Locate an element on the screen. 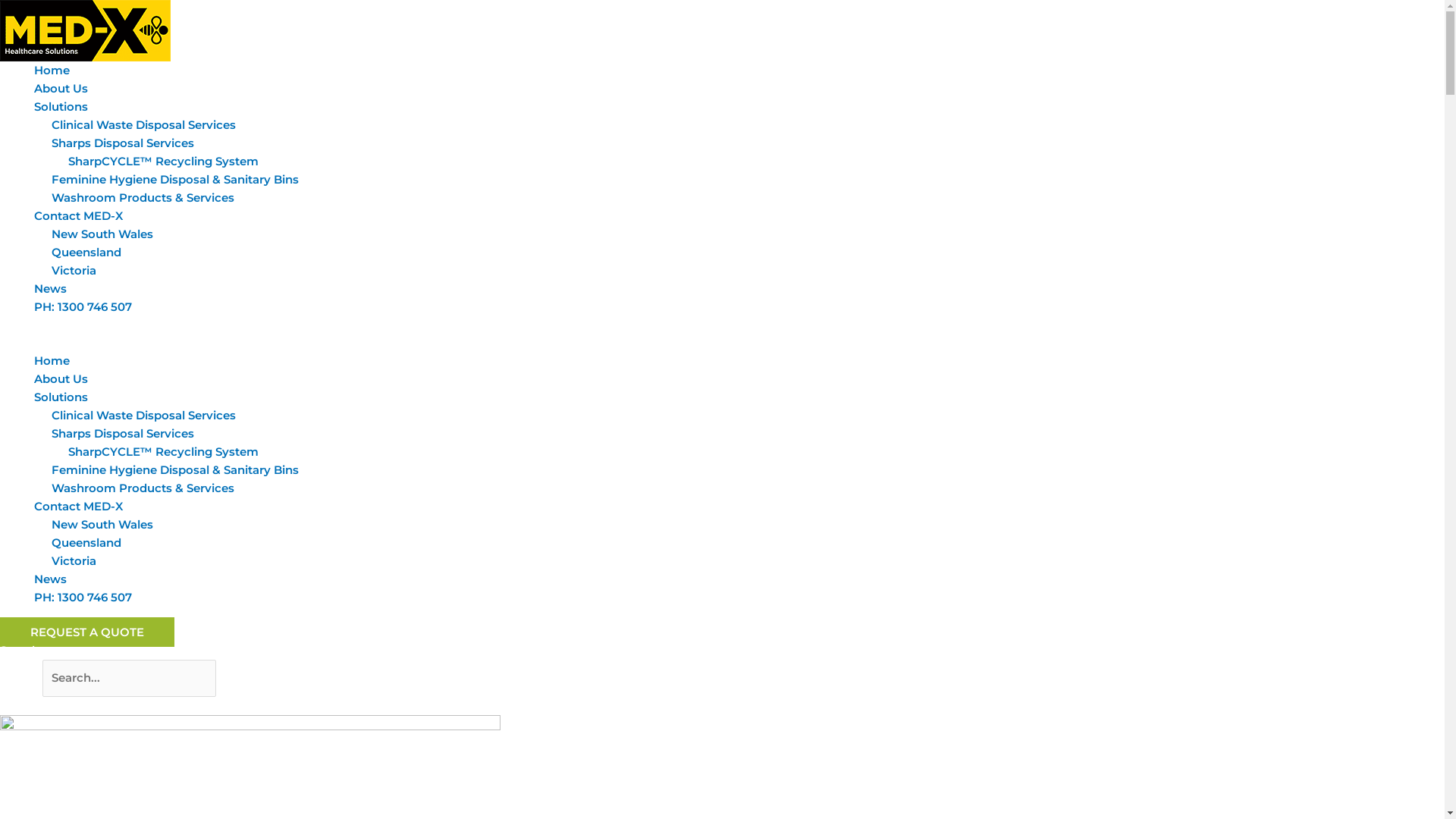 This screenshot has width=1456, height=819. 'Washroom Products & Services' is located at coordinates (51, 488).